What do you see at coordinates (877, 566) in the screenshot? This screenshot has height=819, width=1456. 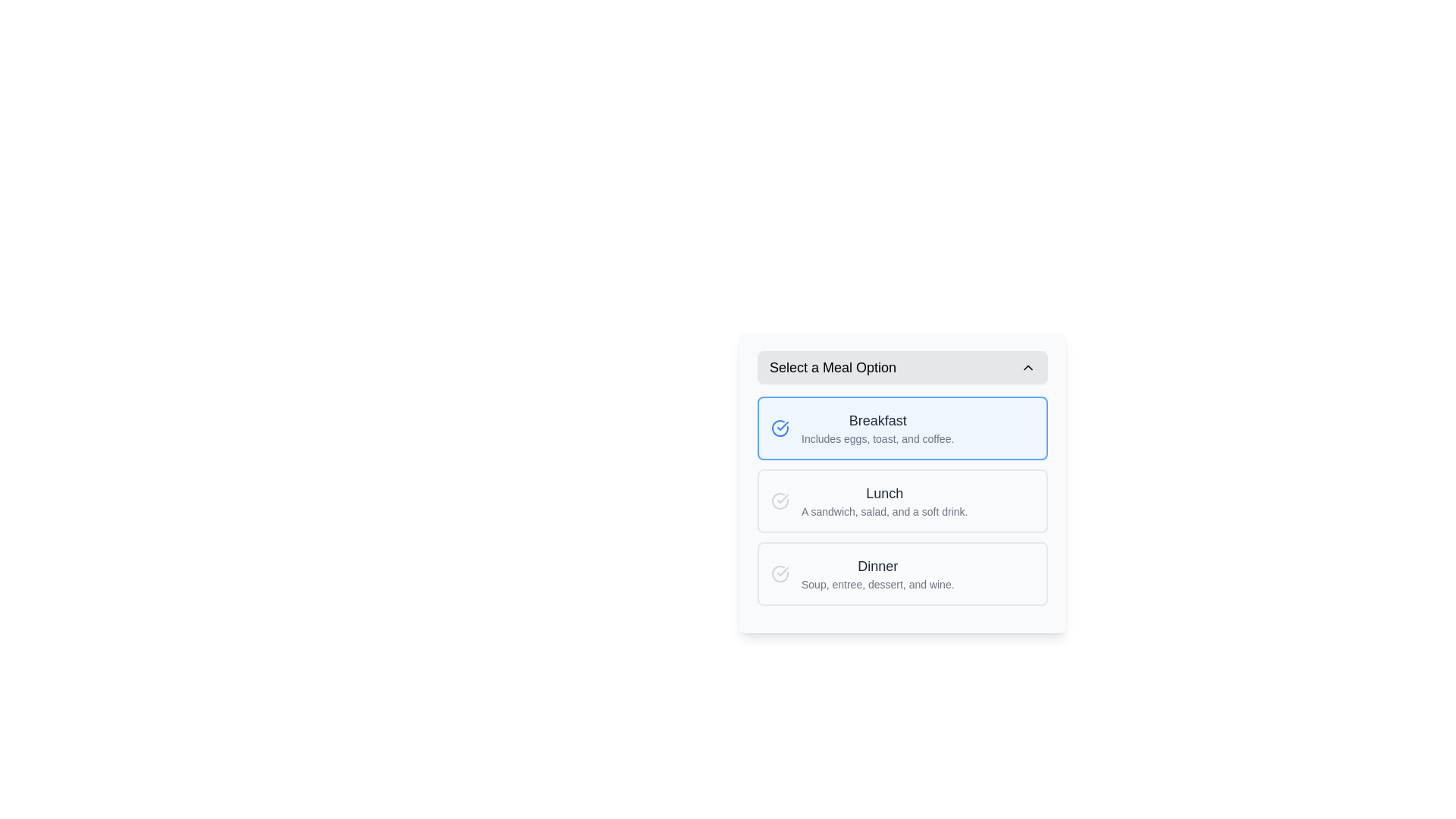 I see `the text label that reads 'Dinner', which is part of the third selectable menu option under 'Select a Meal Option'` at bounding box center [877, 566].